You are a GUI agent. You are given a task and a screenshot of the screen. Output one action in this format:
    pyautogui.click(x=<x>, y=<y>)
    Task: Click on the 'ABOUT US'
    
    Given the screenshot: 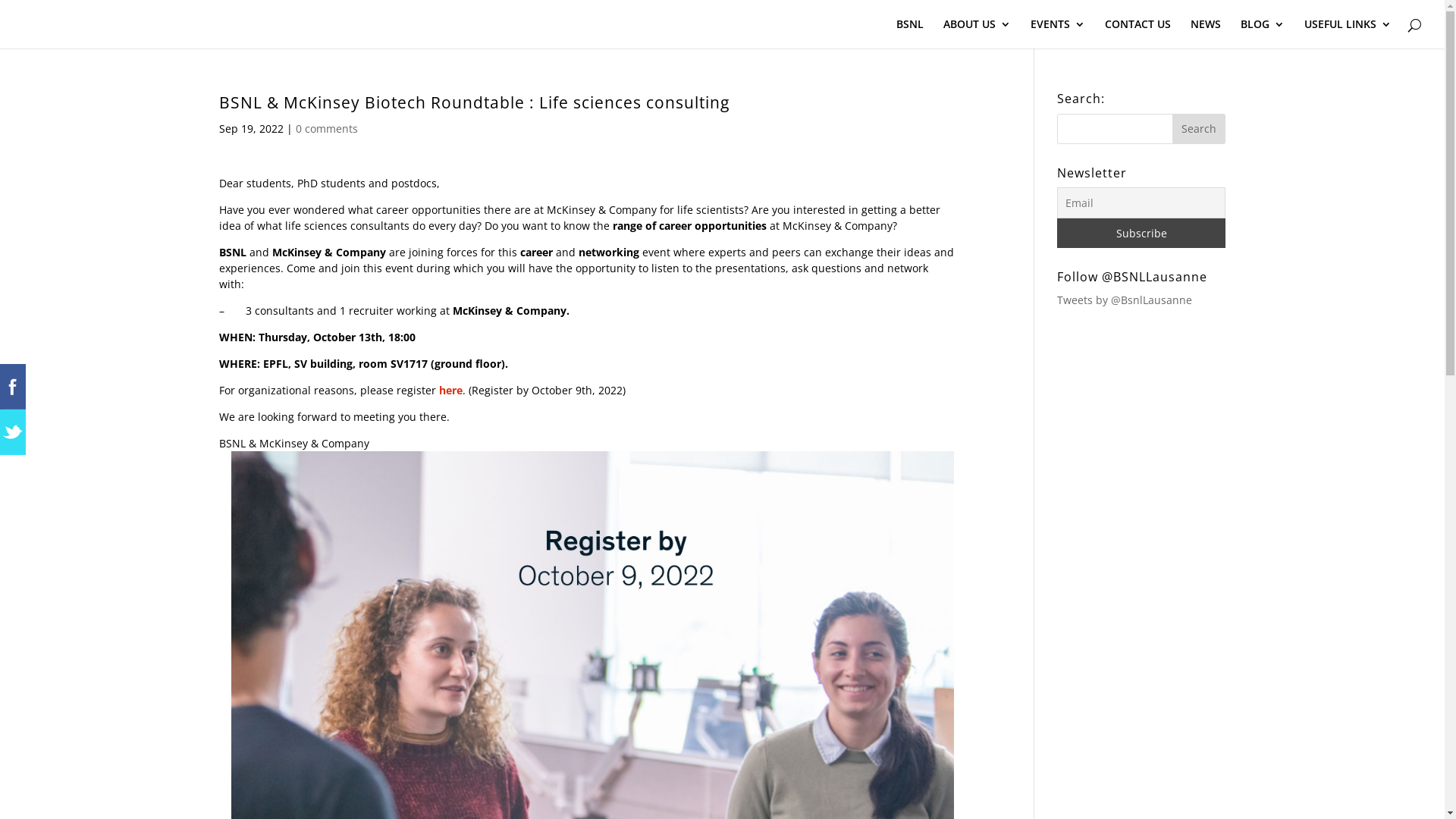 What is the action you would take?
    pyautogui.click(x=977, y=33)
    